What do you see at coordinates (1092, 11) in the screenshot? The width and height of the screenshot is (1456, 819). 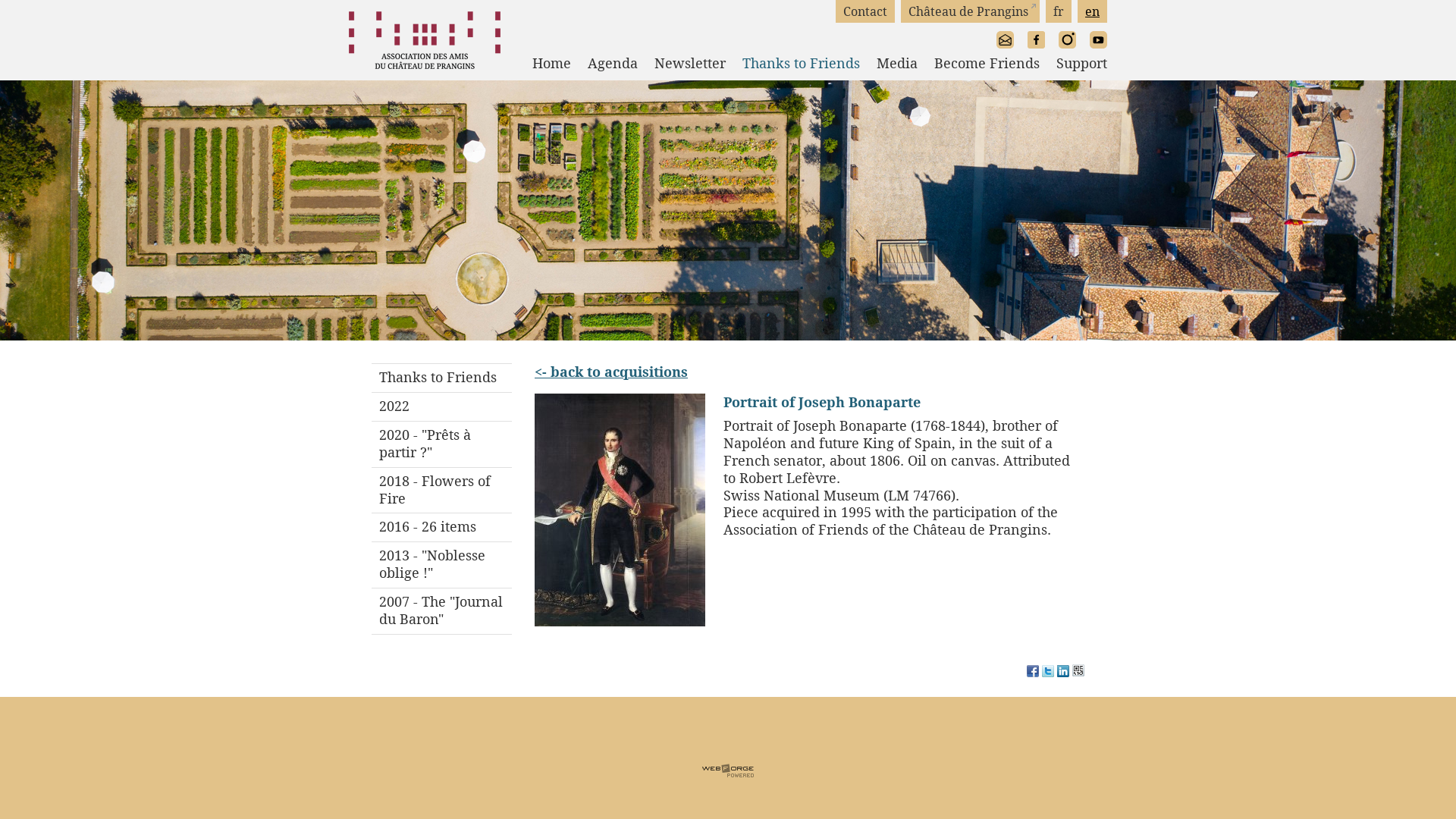 I see `'en'` at bounding box center [1092, 11].